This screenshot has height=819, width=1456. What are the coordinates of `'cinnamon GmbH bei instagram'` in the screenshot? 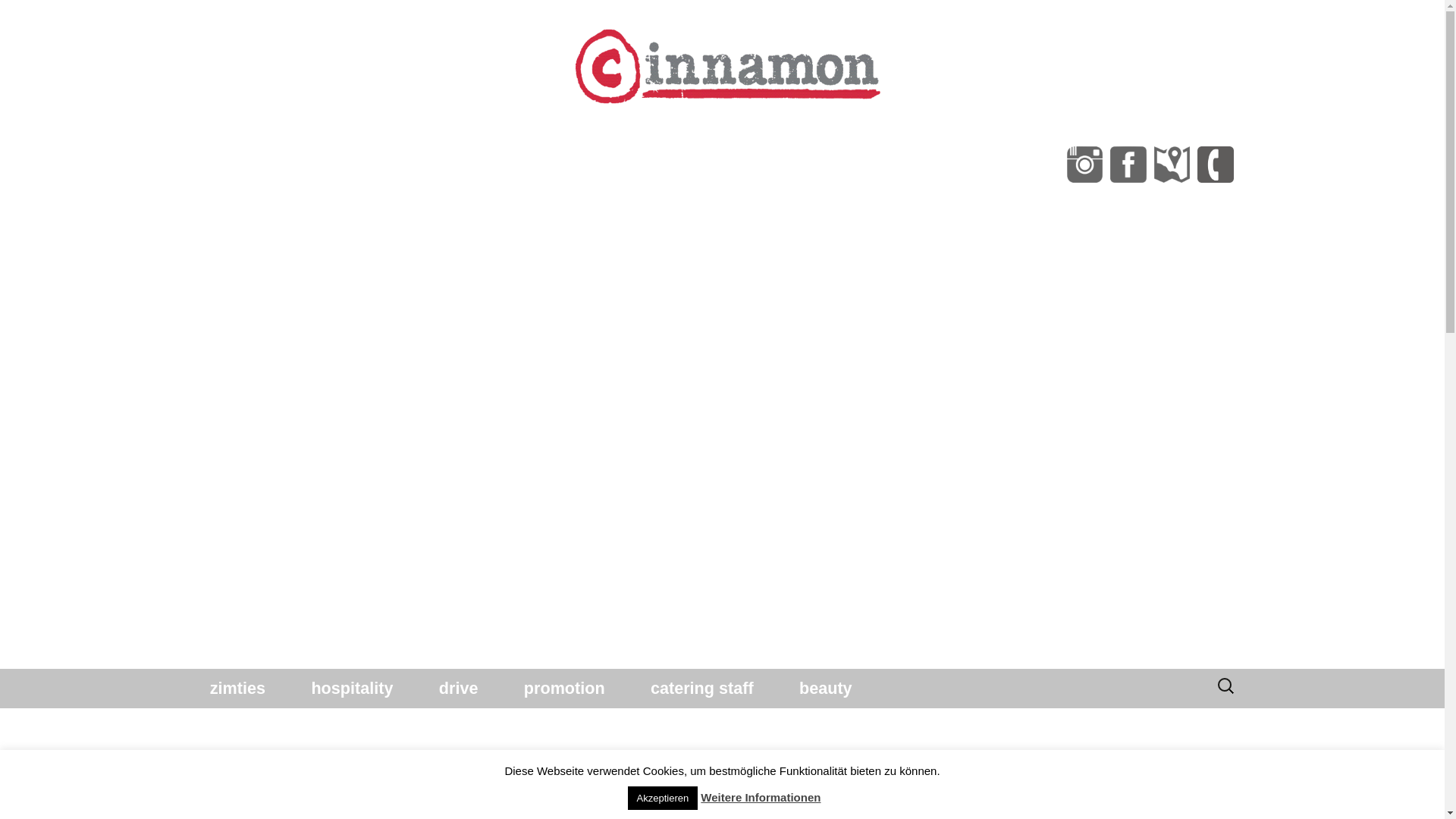 It's located at (1084, 164).